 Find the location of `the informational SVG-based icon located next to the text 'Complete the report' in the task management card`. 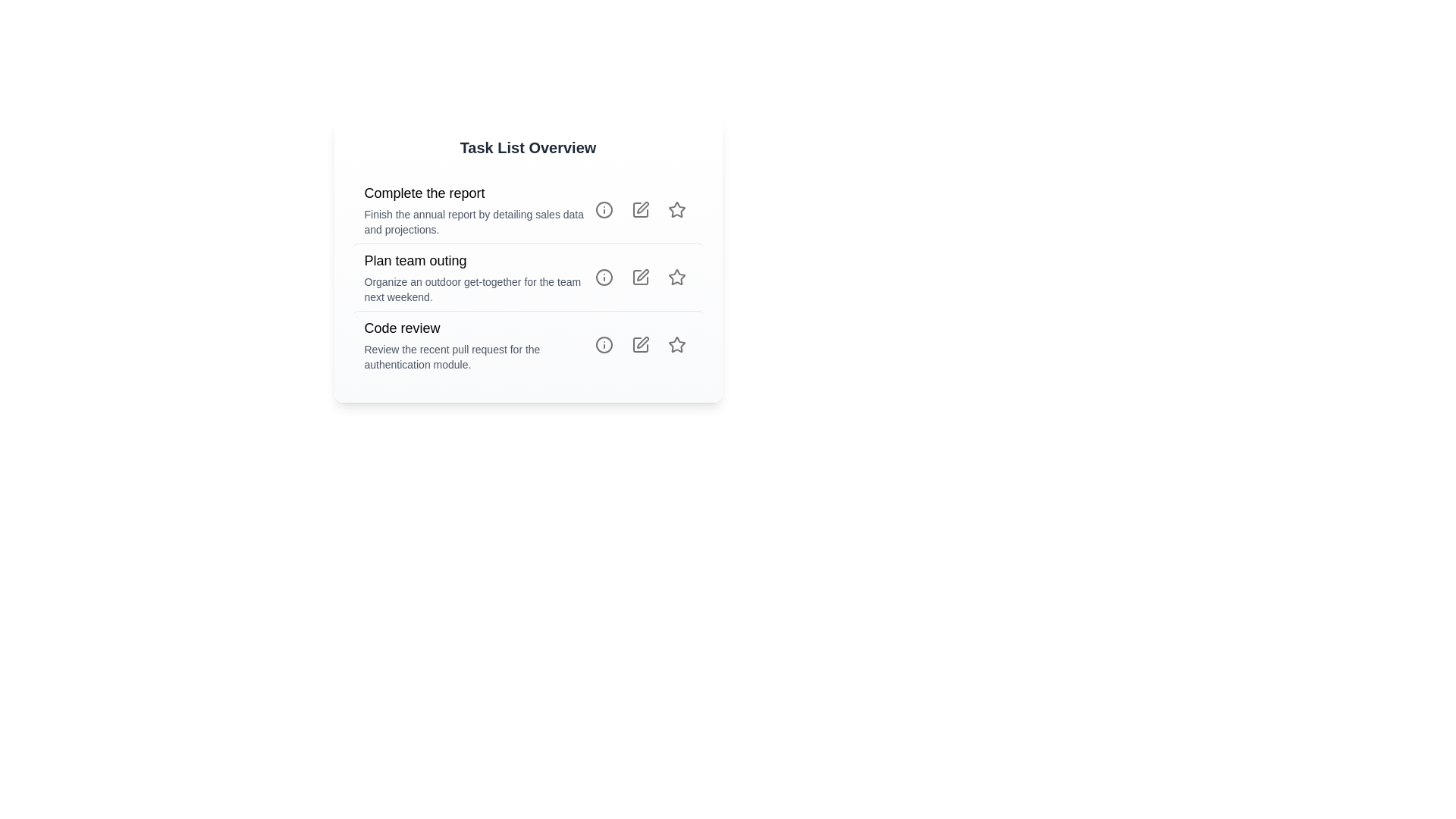

the informational SVG-based icon located next to the text 'Complete the report' in the task management card is located at coordinates (603, 210).